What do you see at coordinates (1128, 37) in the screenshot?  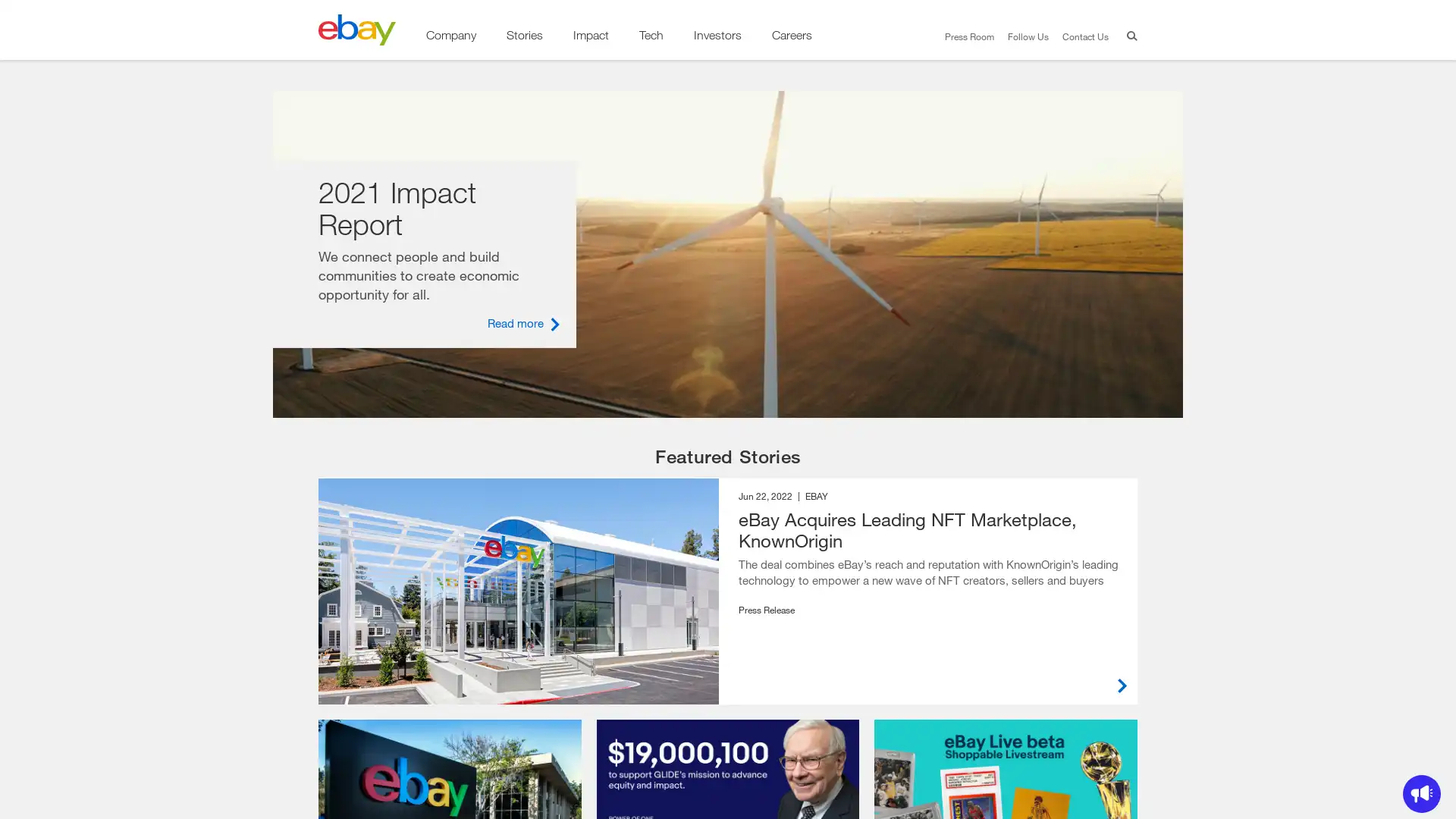 I see `Search Website` at bounding box center [1128, 37].